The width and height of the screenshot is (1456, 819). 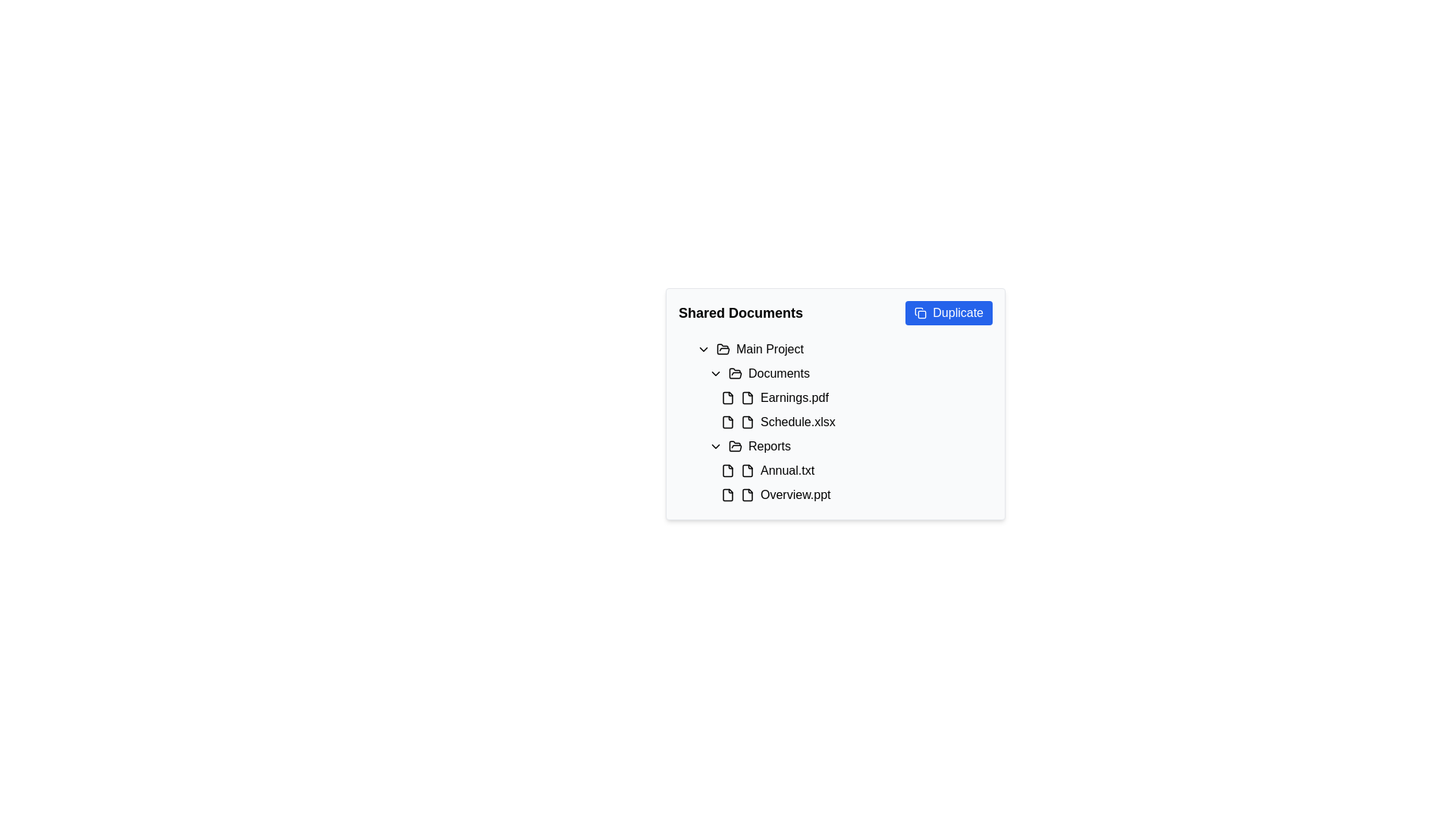 I want to click on the list item labeled 'Overview.ppt', so click(x=854, y=494).